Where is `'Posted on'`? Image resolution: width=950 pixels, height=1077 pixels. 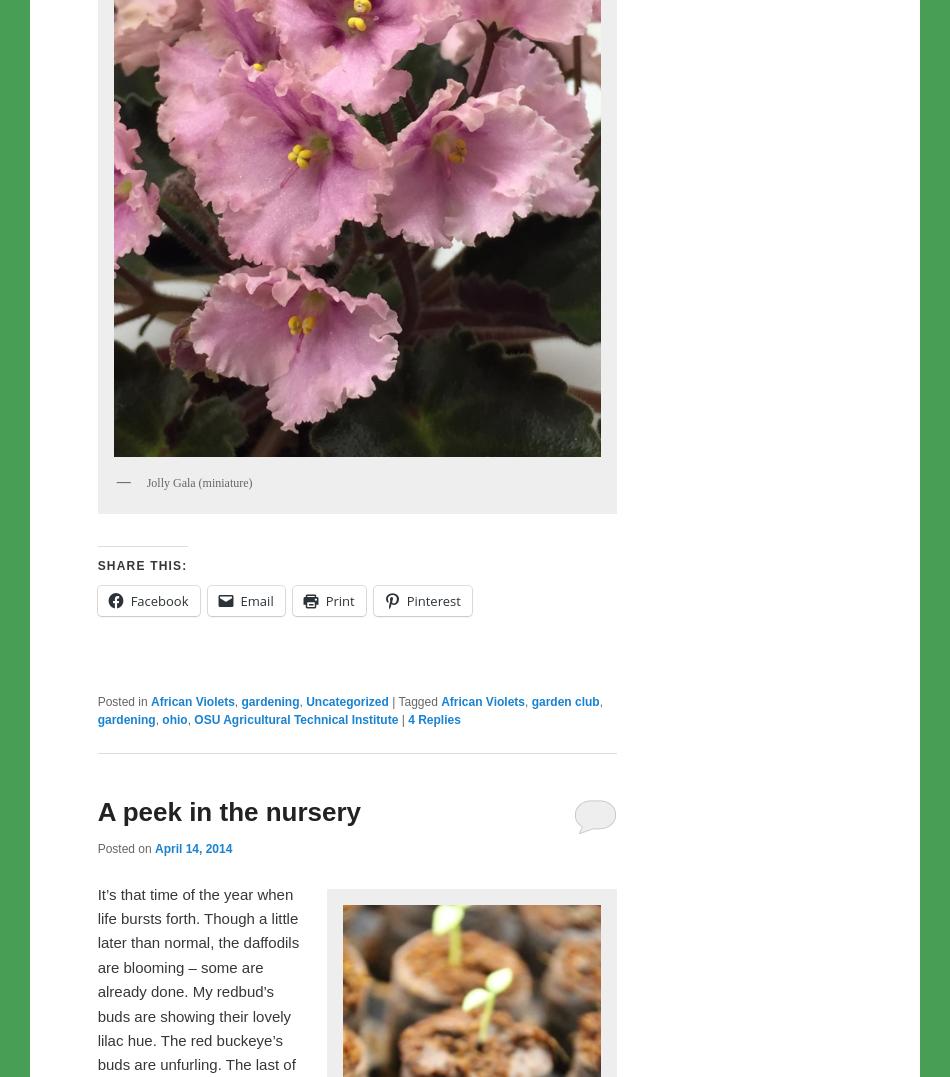 'Posted on' is located at coordinates (125, 847).